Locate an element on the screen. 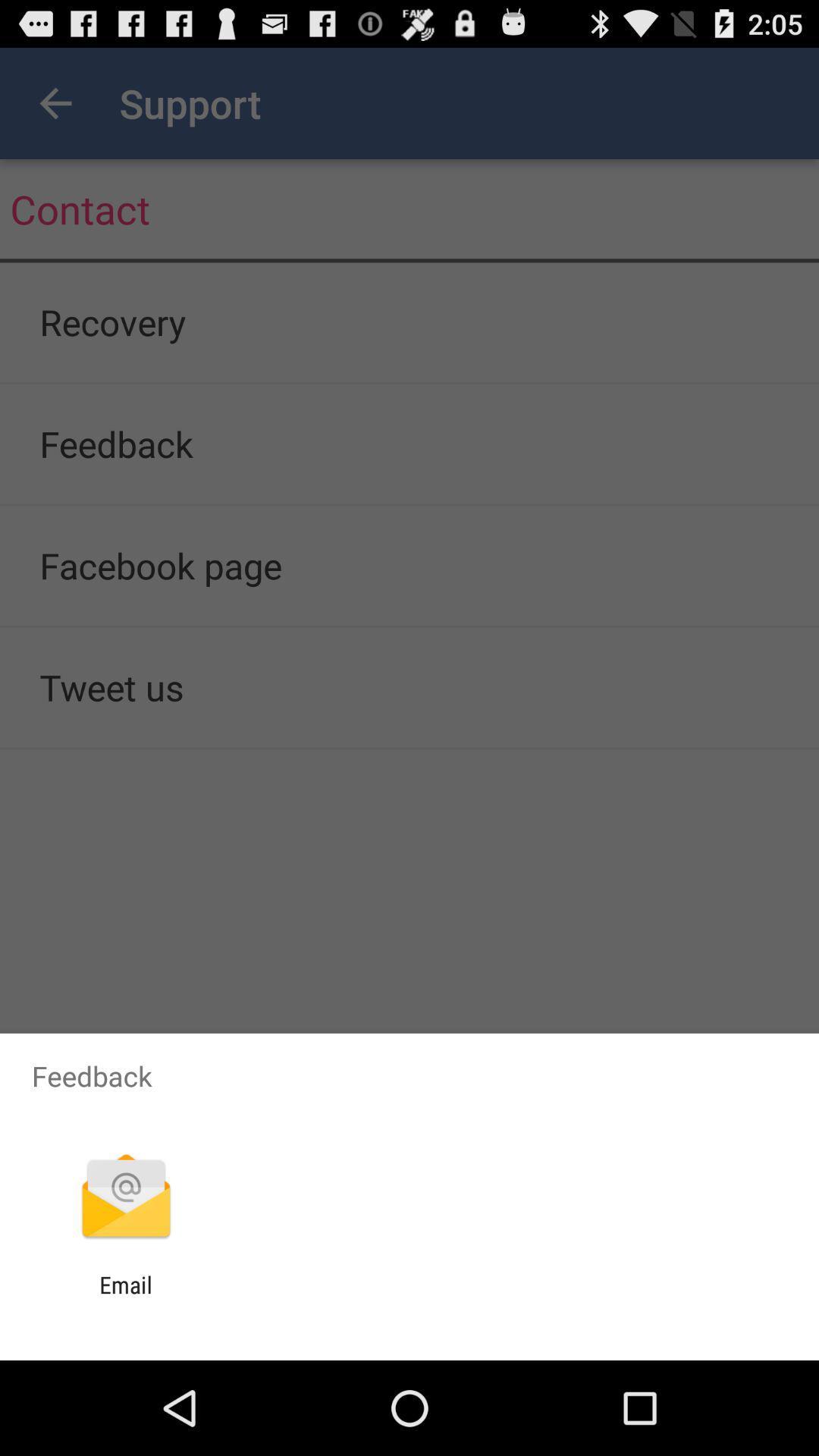 The height and width of the screenshot is (1456, 819). item above the email is located at coordinates (125, 1197).